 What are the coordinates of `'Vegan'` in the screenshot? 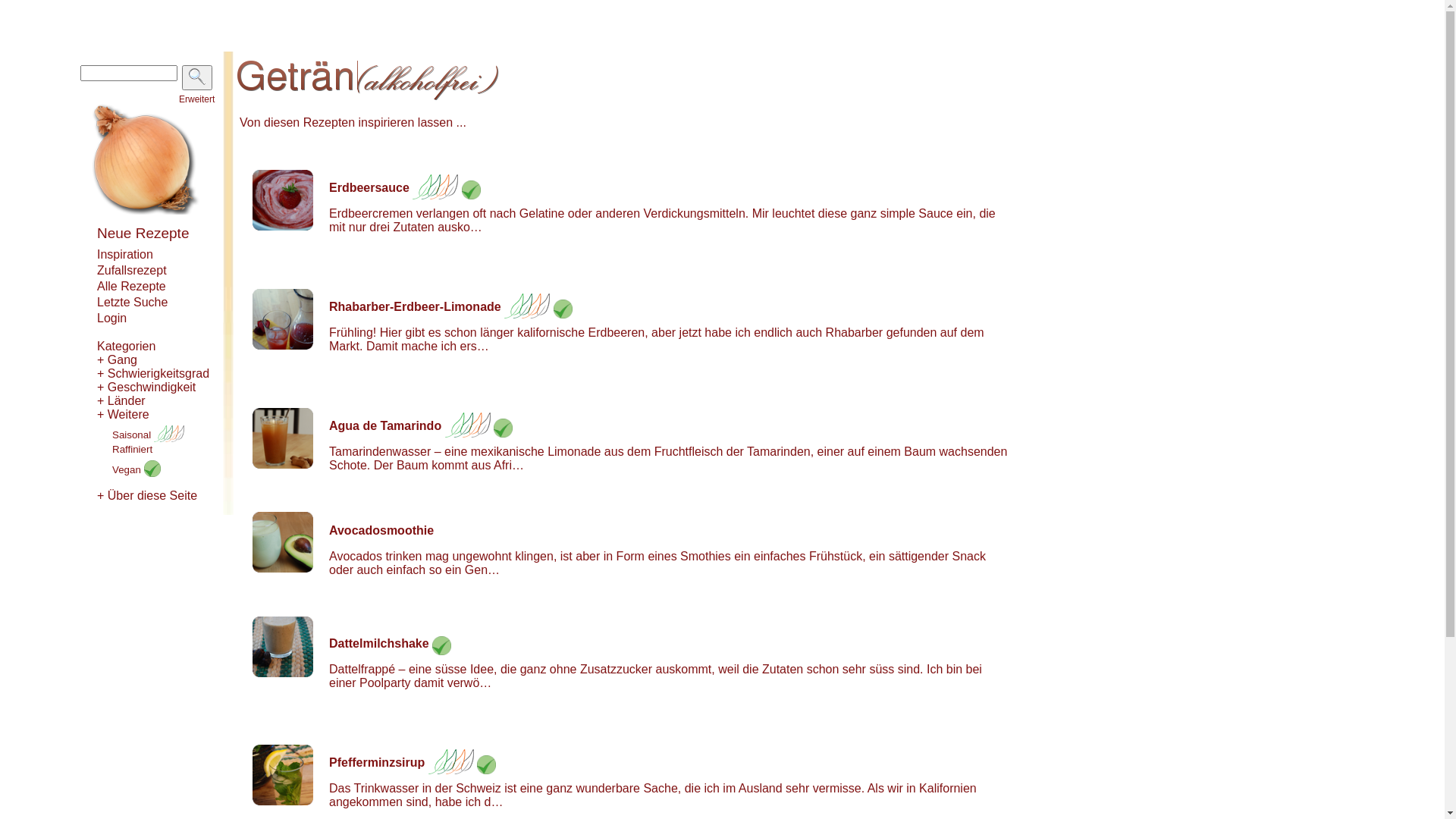 It's located at (136, 469).